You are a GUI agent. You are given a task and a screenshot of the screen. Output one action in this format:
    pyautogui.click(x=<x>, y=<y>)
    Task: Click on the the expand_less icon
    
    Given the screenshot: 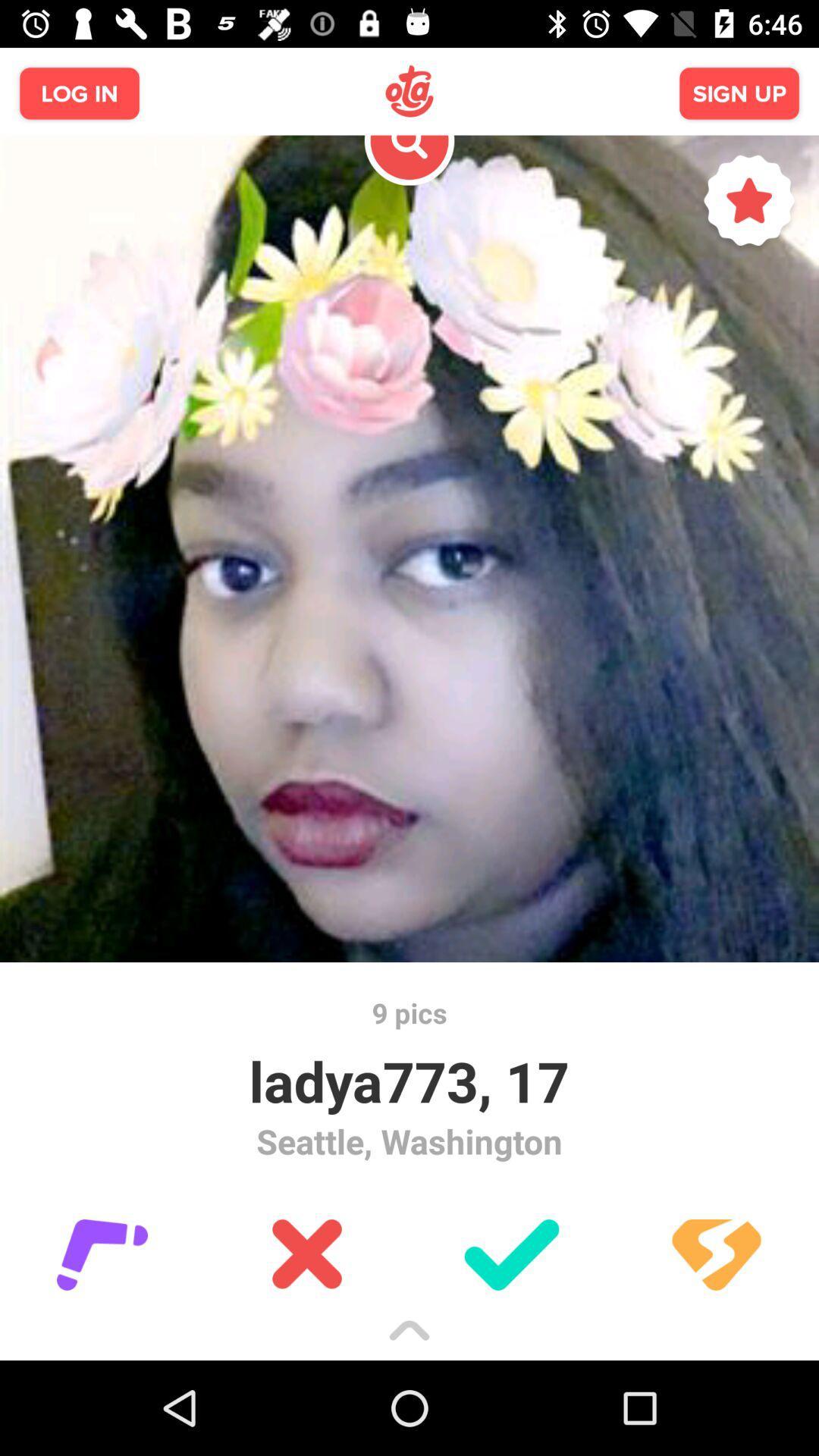 What is the action you would take?
    pyautogui.click(x=409, y=1329)
    